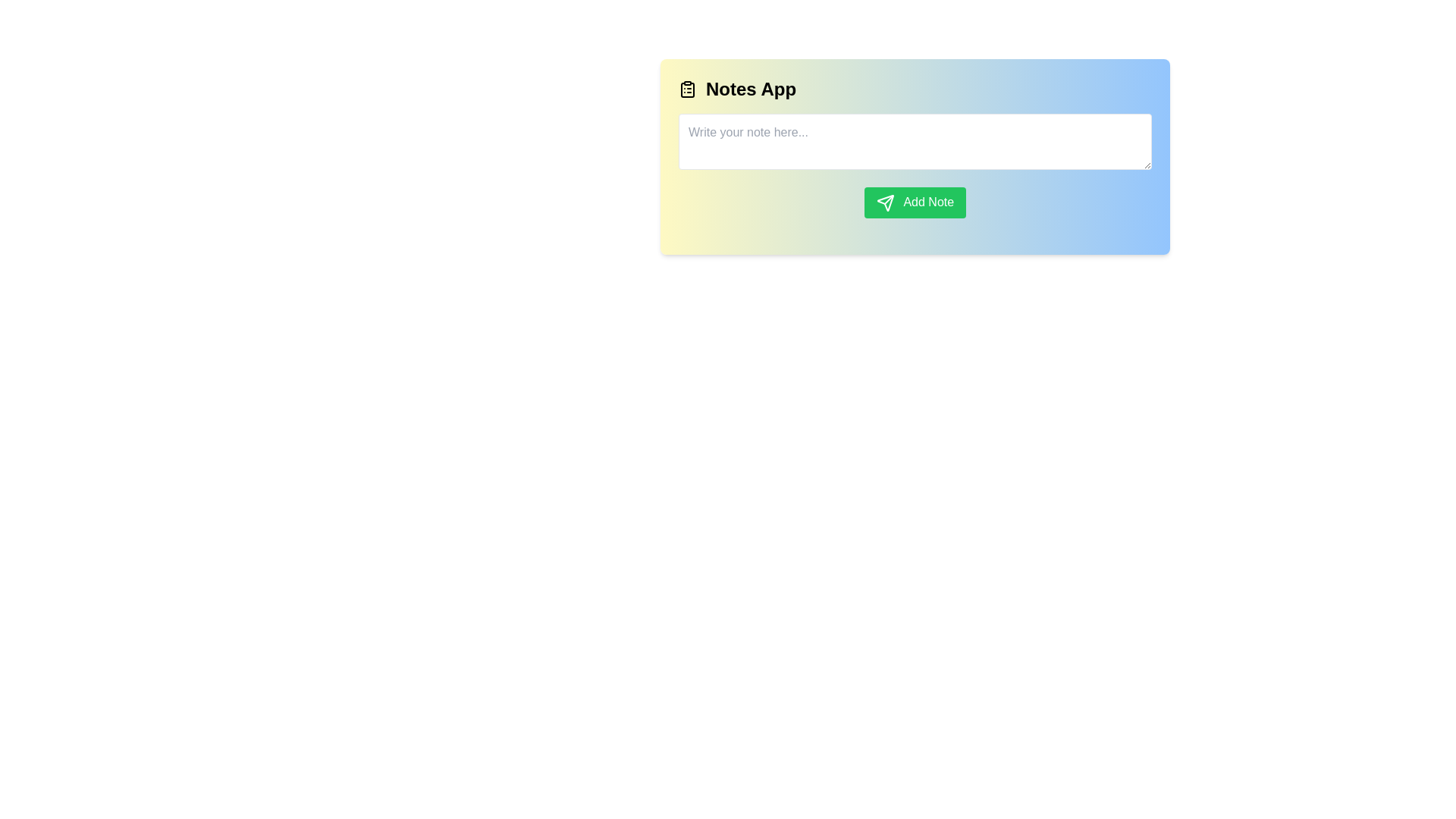 The width and height of the screenshot is (1456, 819). Describe the element at coordinates (885, 202) in the screenshot. I see `the triangular icon within the green 'Add Note' button, which is located below the note input field` at that location.